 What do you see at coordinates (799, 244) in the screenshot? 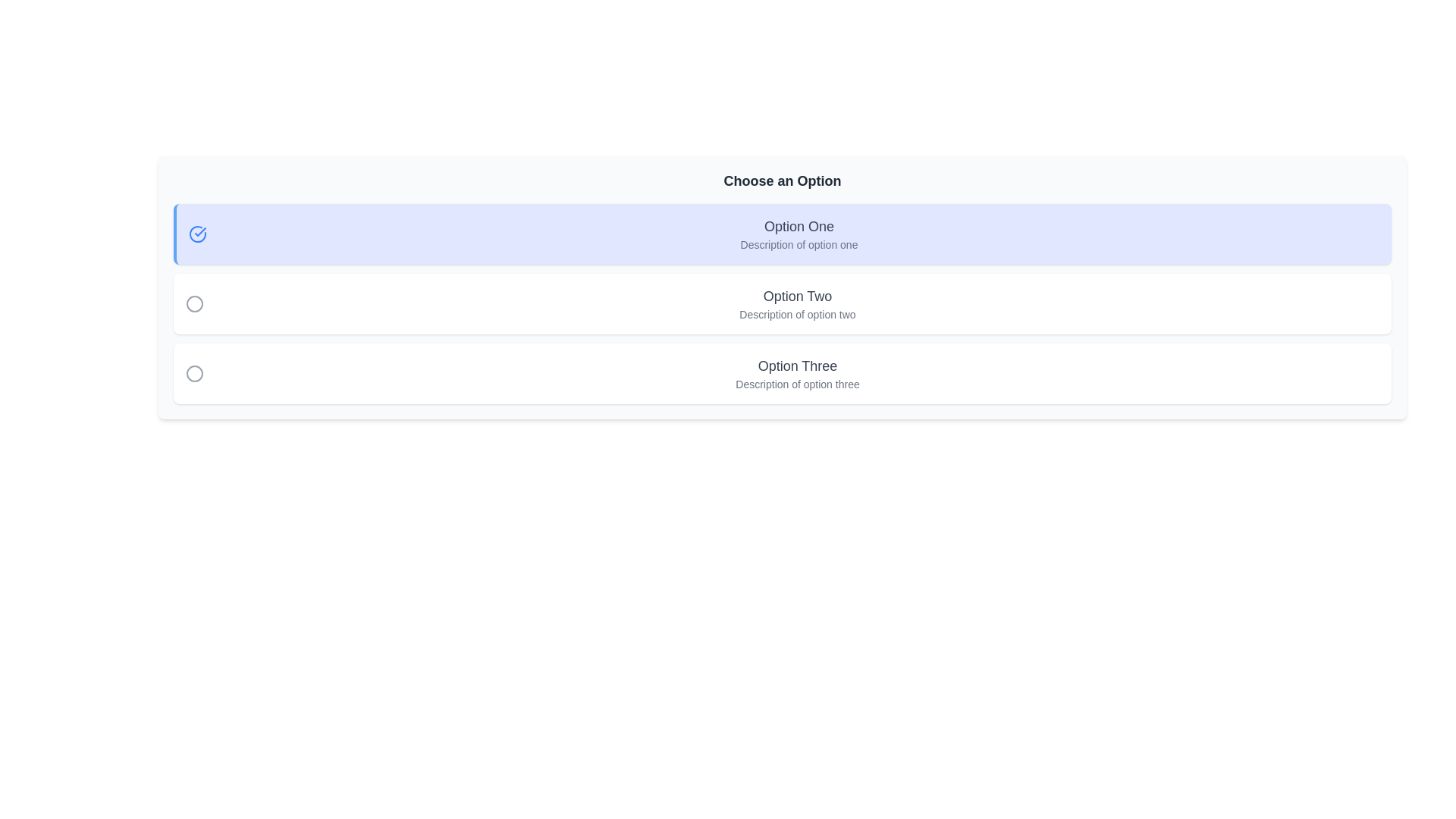
I see `text of the Label element that displays 'Description of option one', which is positioned below the header 'Option One'` at bounding box center [799, 244].